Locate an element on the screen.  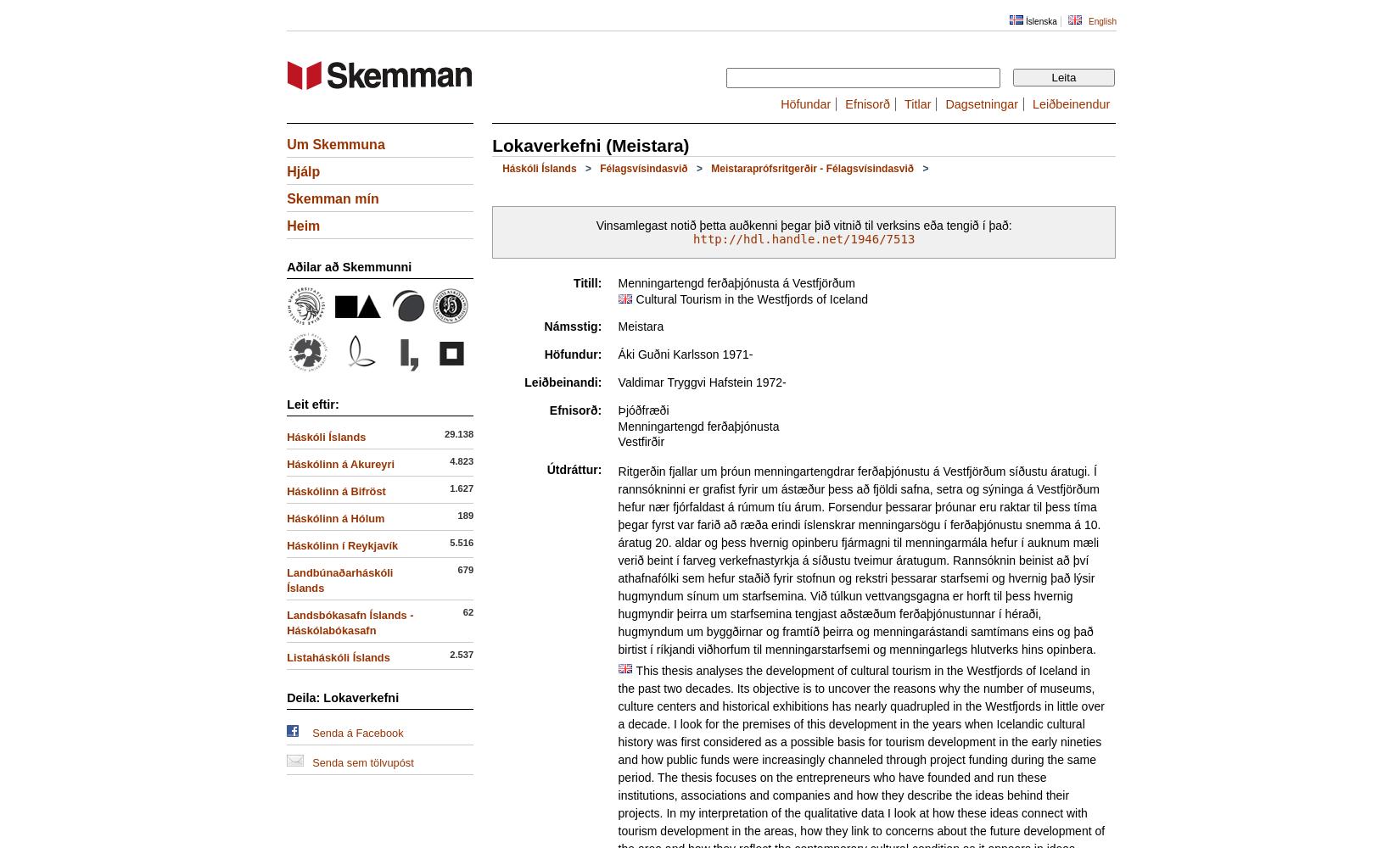
'Vinsamlegast notið þetta auðkenni þegar þið vitnið til verksins eða tengið í það:' is located at coordinates (595, 225).